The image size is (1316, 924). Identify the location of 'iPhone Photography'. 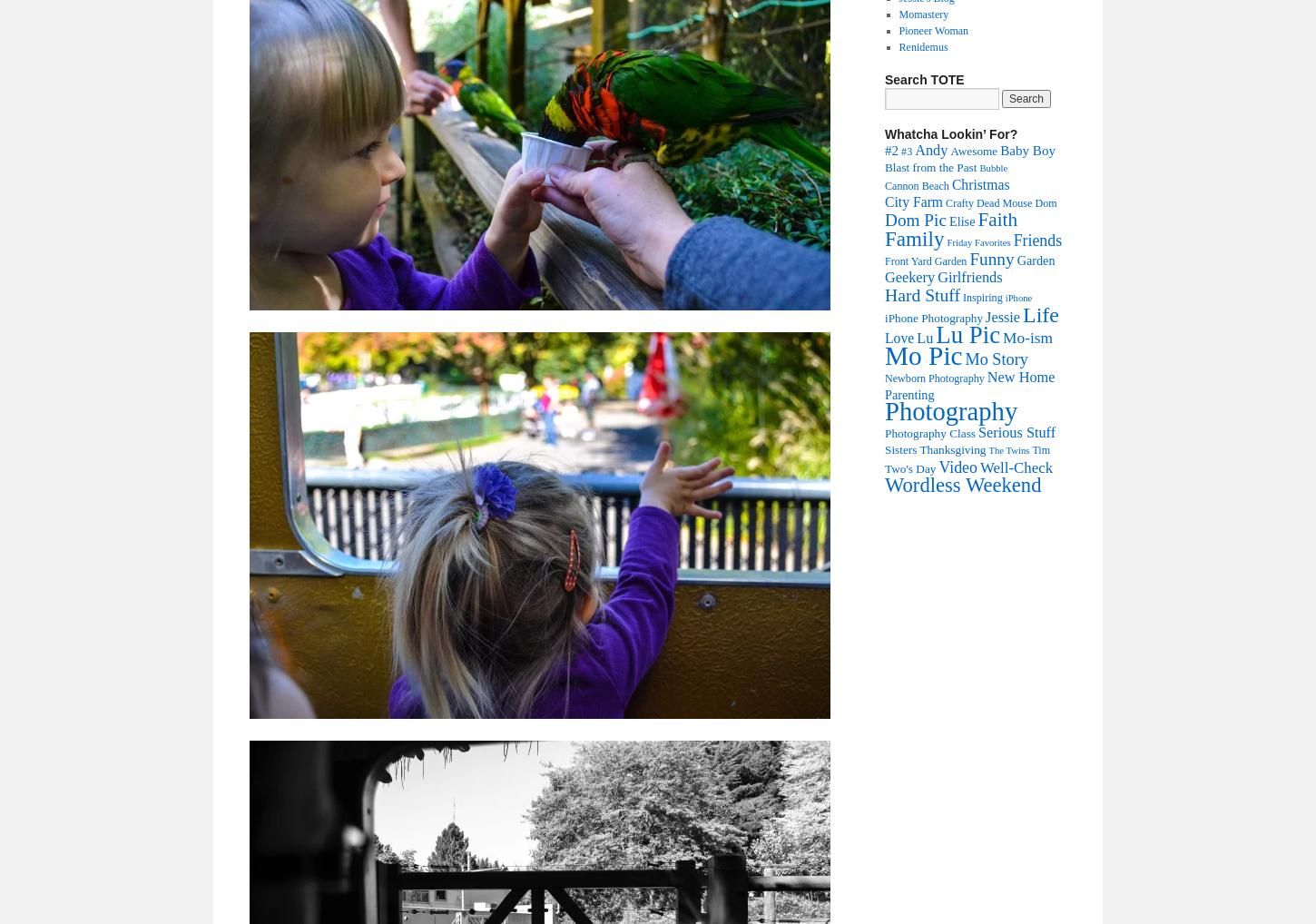
(934, 317).